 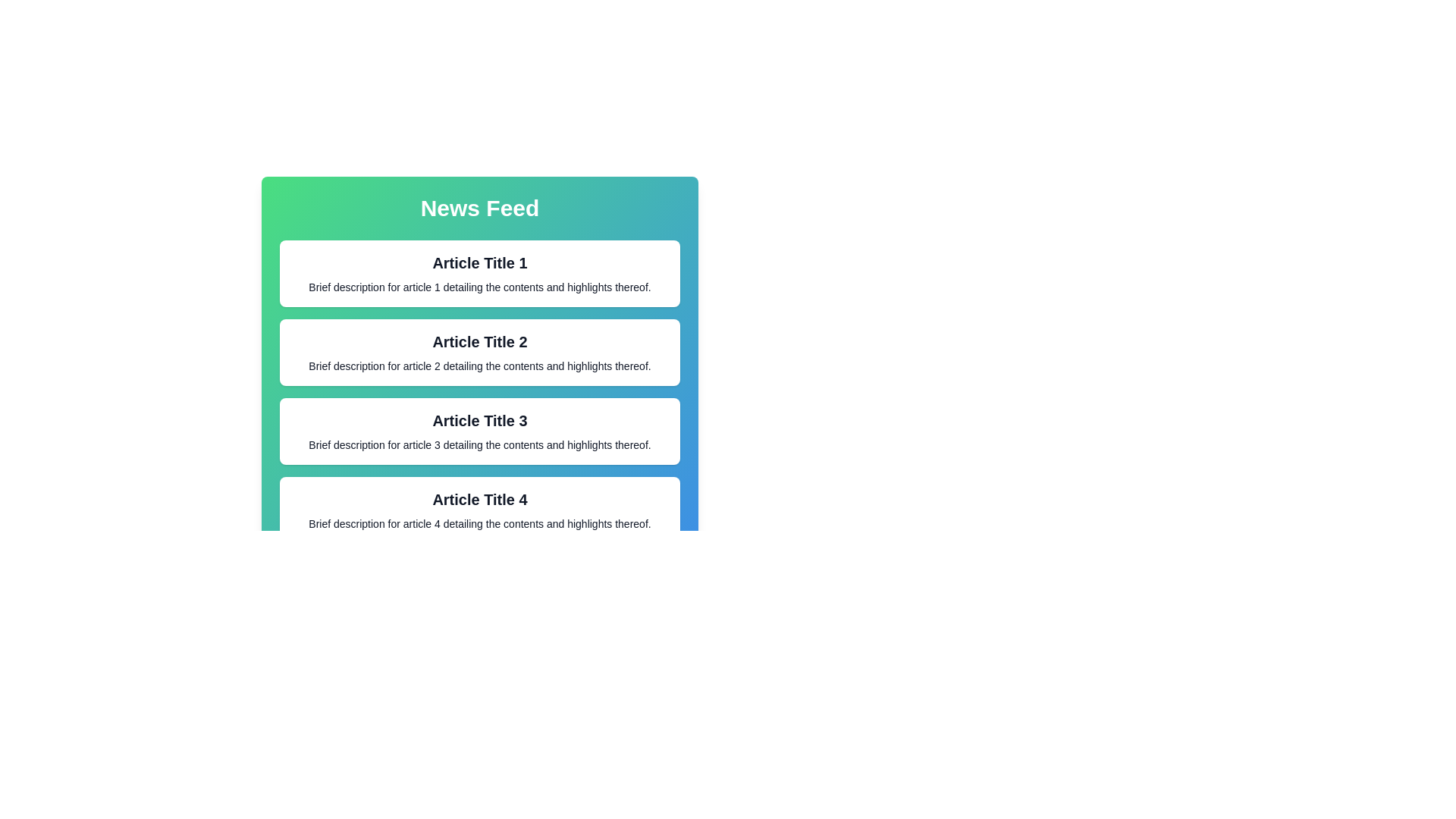 What do you see at coordinates (479, 208) in the screenshot?
I see `the heading element that serves as the title for the news feed section for accessibility purposes` at bounding box center [479, 208].